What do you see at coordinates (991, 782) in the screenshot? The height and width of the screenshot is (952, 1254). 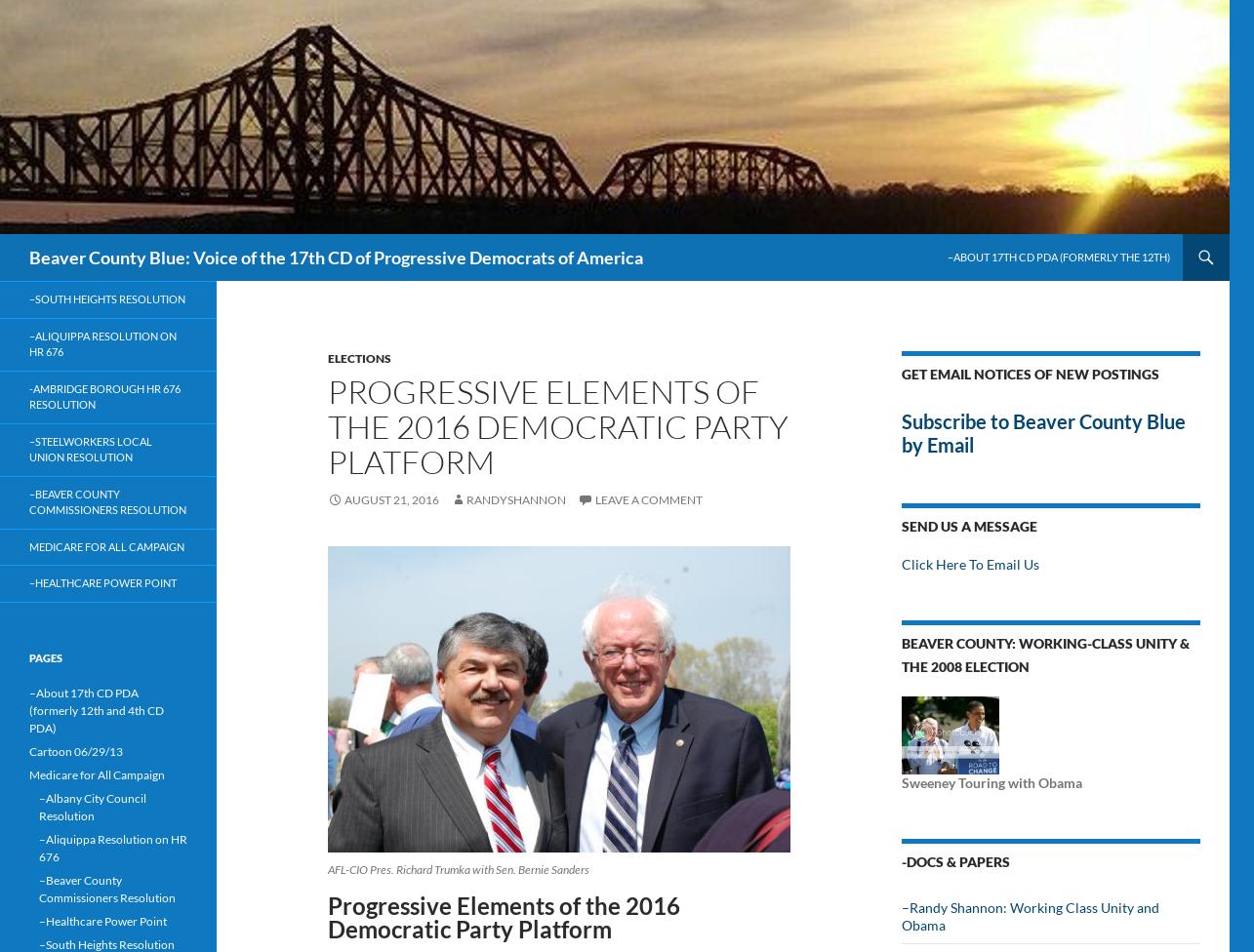 I see `'Sweeney Touring with Obama'` at bounding box center [991, 782].